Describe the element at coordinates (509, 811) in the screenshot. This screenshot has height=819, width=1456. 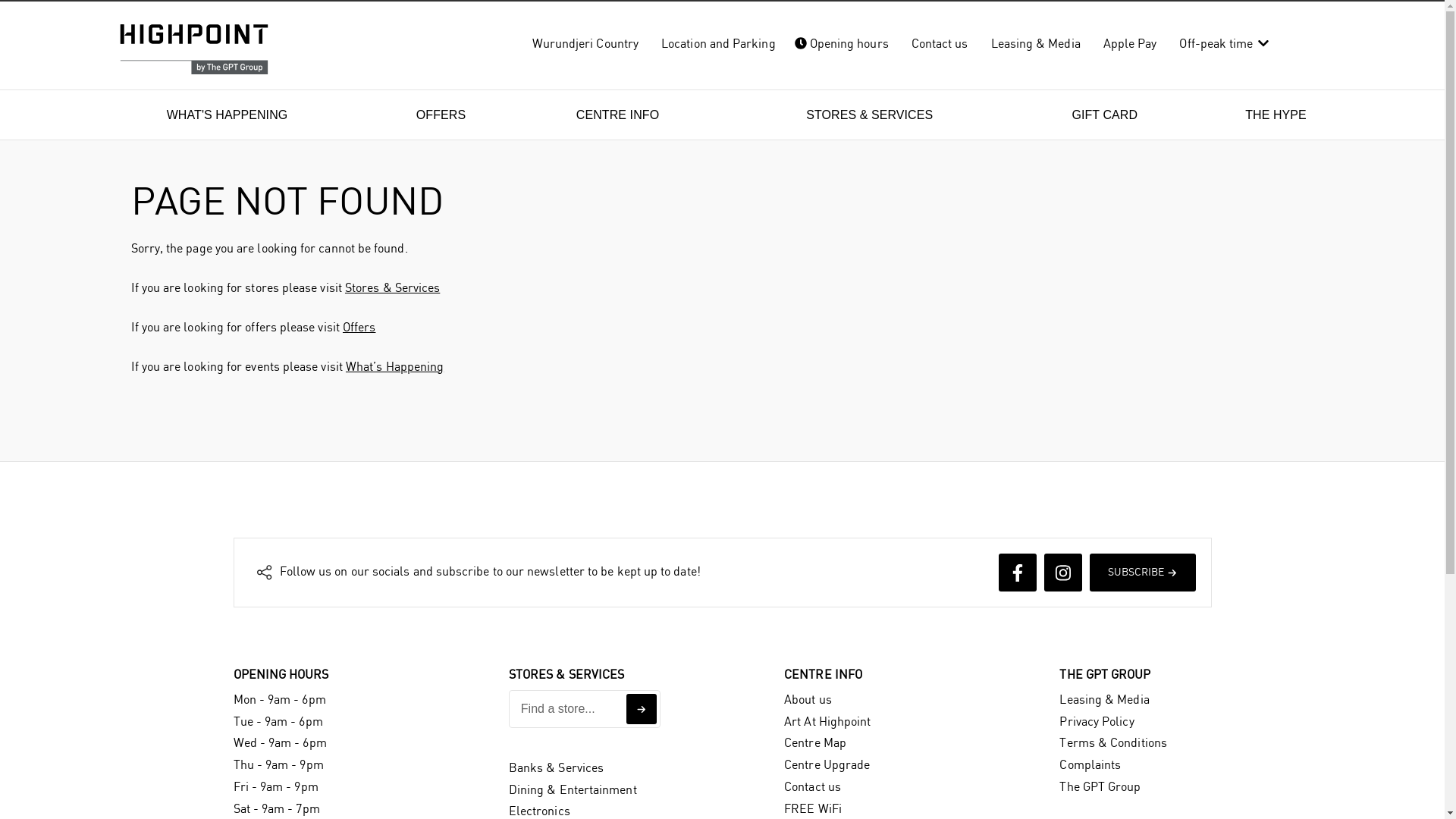
I see `'Electronics'` at that location.